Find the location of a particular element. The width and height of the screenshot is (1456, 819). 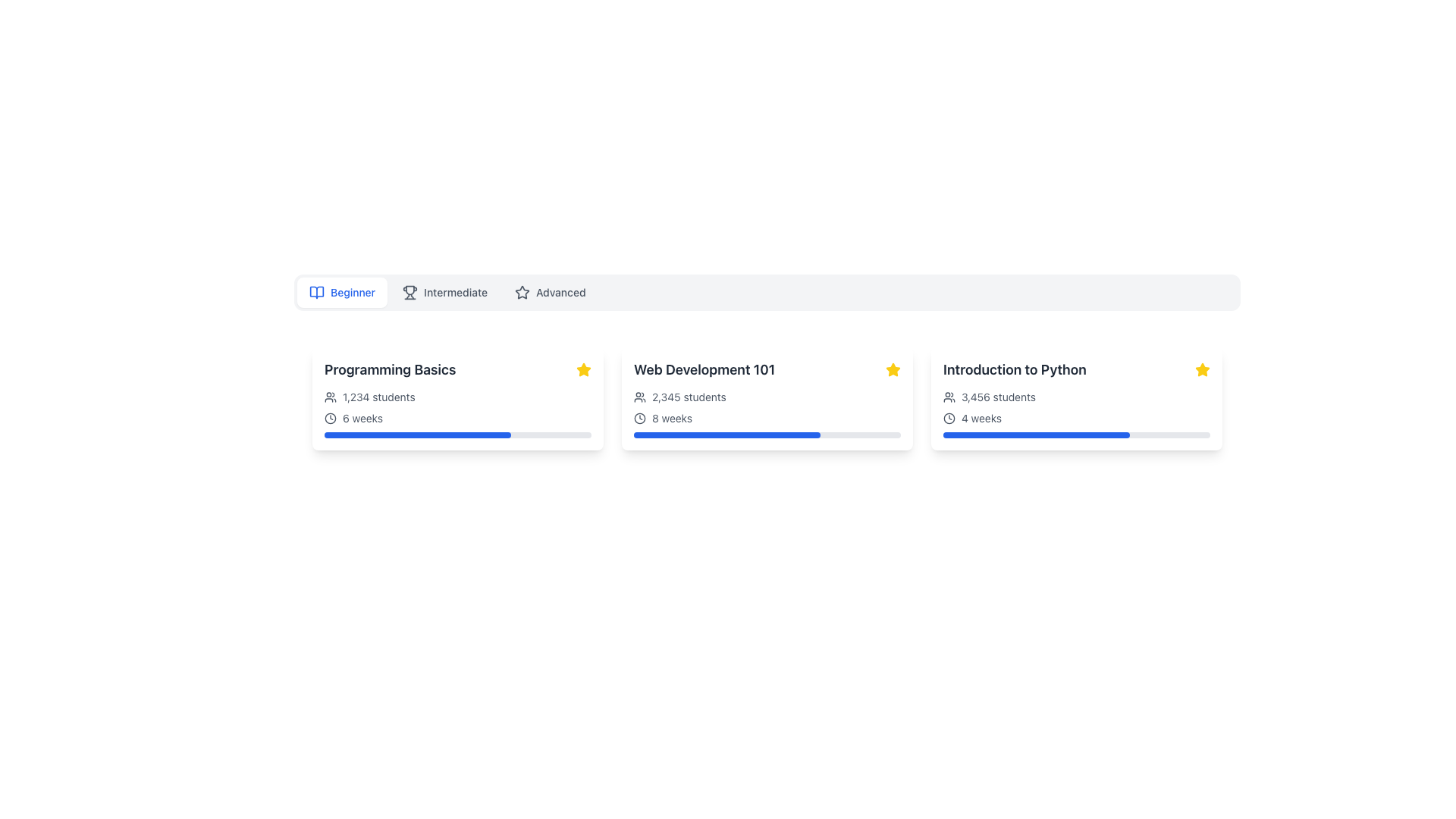

the icon representing a group of two user silhouettes located to the left of the '1,234 students' label in the course 'Programming Basics' card is located at coordinates (330, 397).